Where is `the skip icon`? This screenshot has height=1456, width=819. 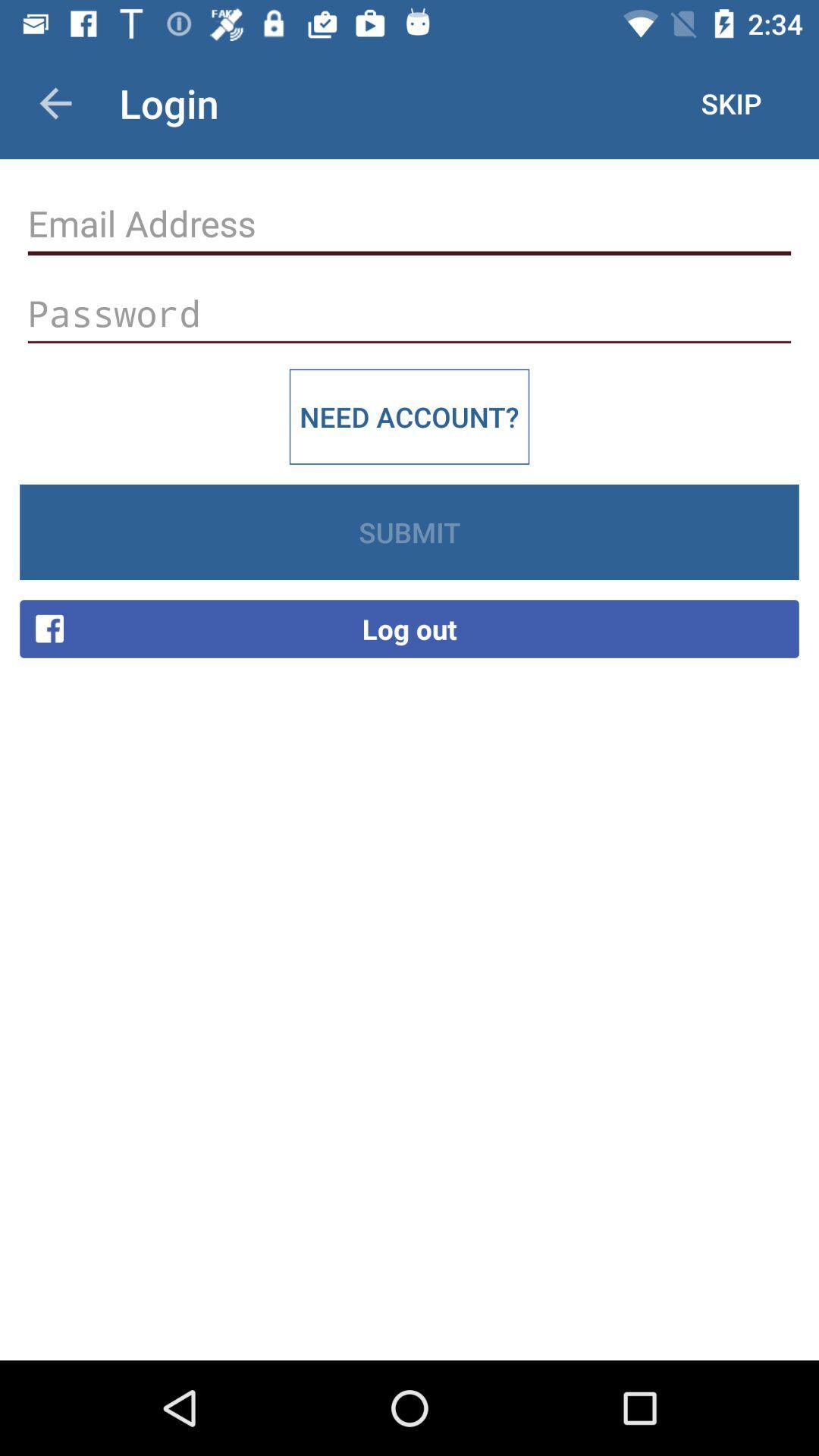
the skip icon is located at coordinates (730, 102).